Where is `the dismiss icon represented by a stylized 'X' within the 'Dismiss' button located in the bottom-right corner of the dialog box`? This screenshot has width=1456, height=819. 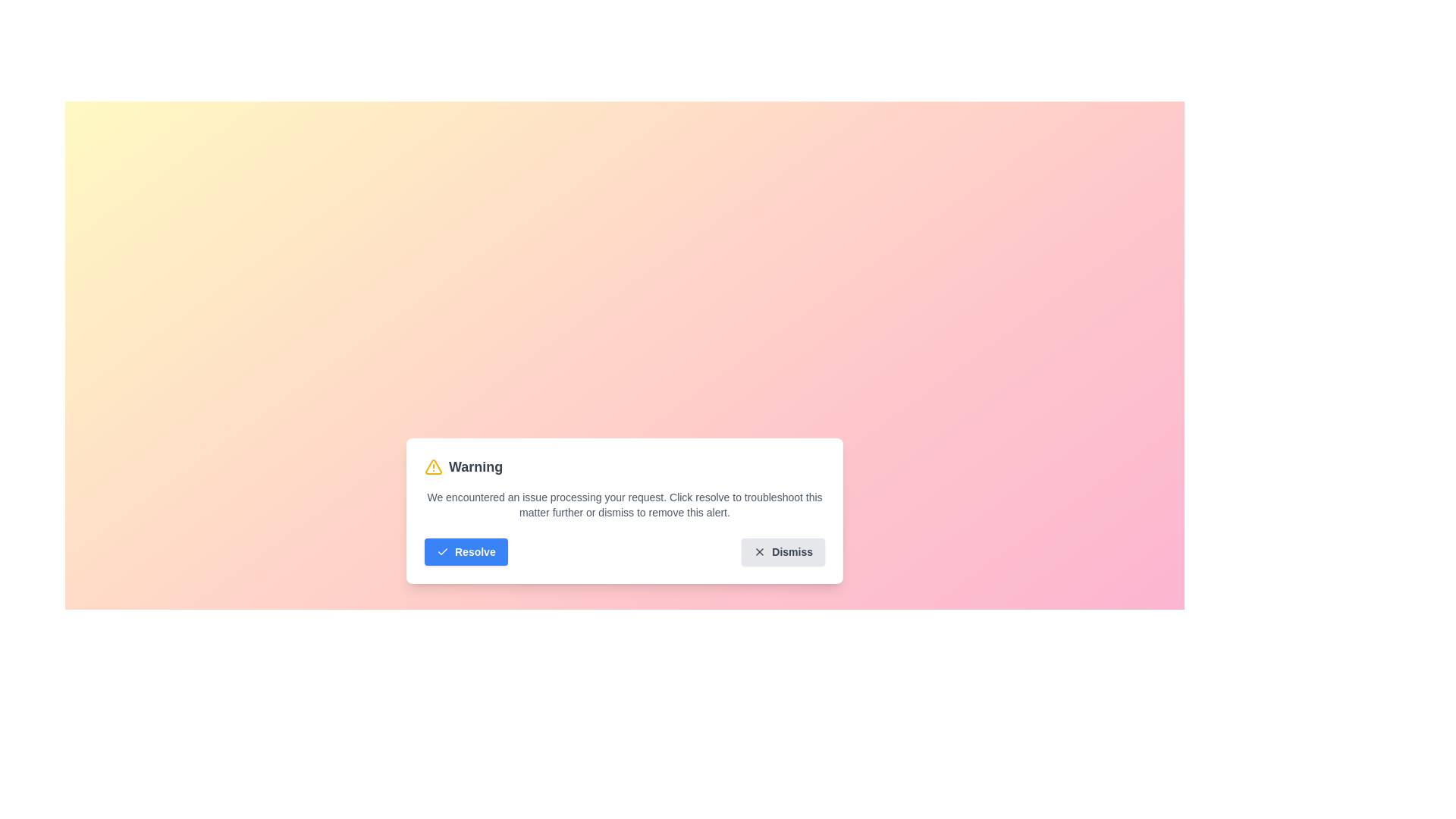 the dismiss icon represented by a stylized 'X' within the 'Dismiss' button located in the bottom-right corner of the dialog box is located at coordinates (760, 552).